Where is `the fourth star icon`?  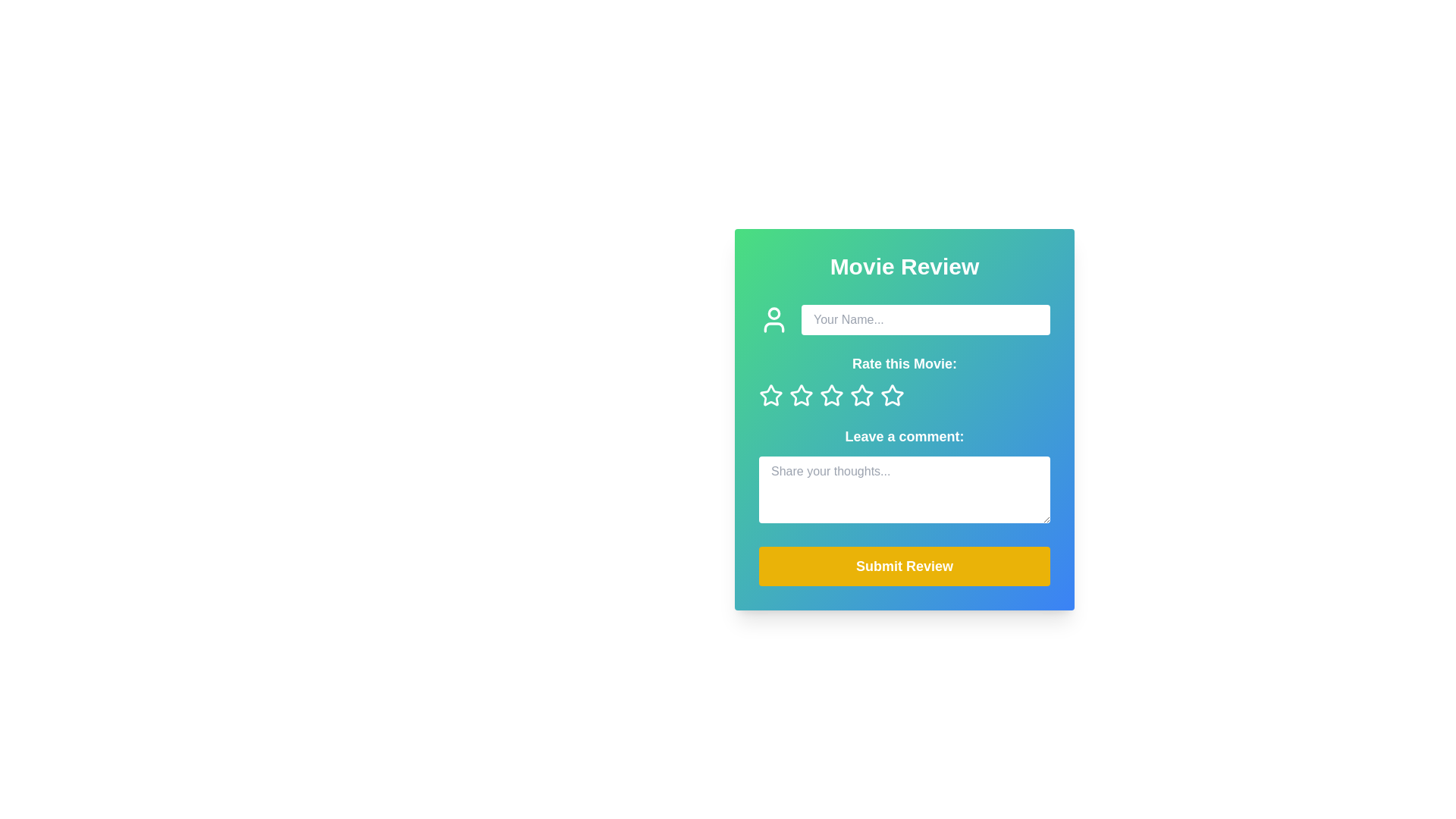 the fourth star icon is located at coordinates (892, 394).